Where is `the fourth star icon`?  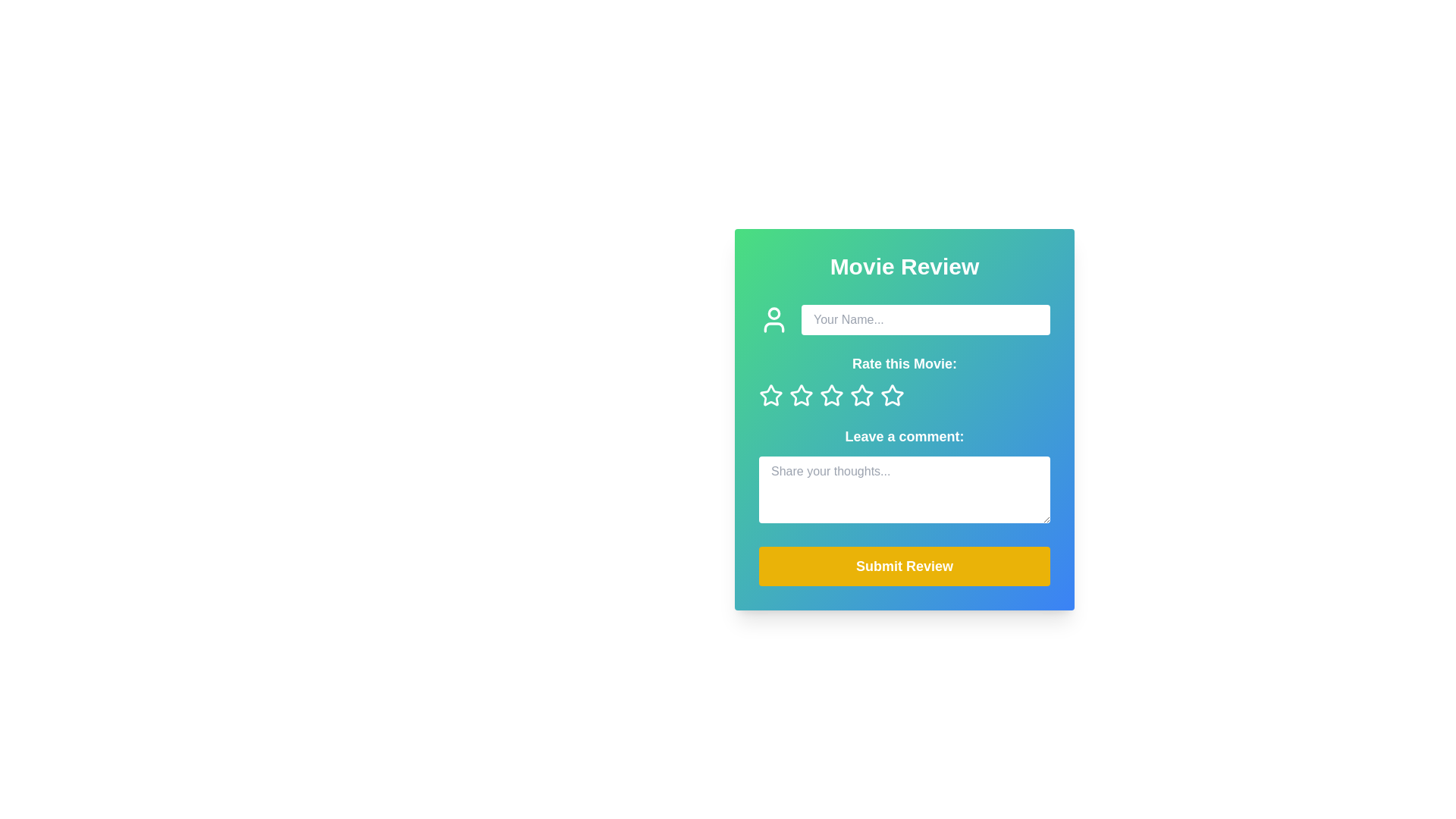 the fourth star icon is located at coordinates (892, 394).